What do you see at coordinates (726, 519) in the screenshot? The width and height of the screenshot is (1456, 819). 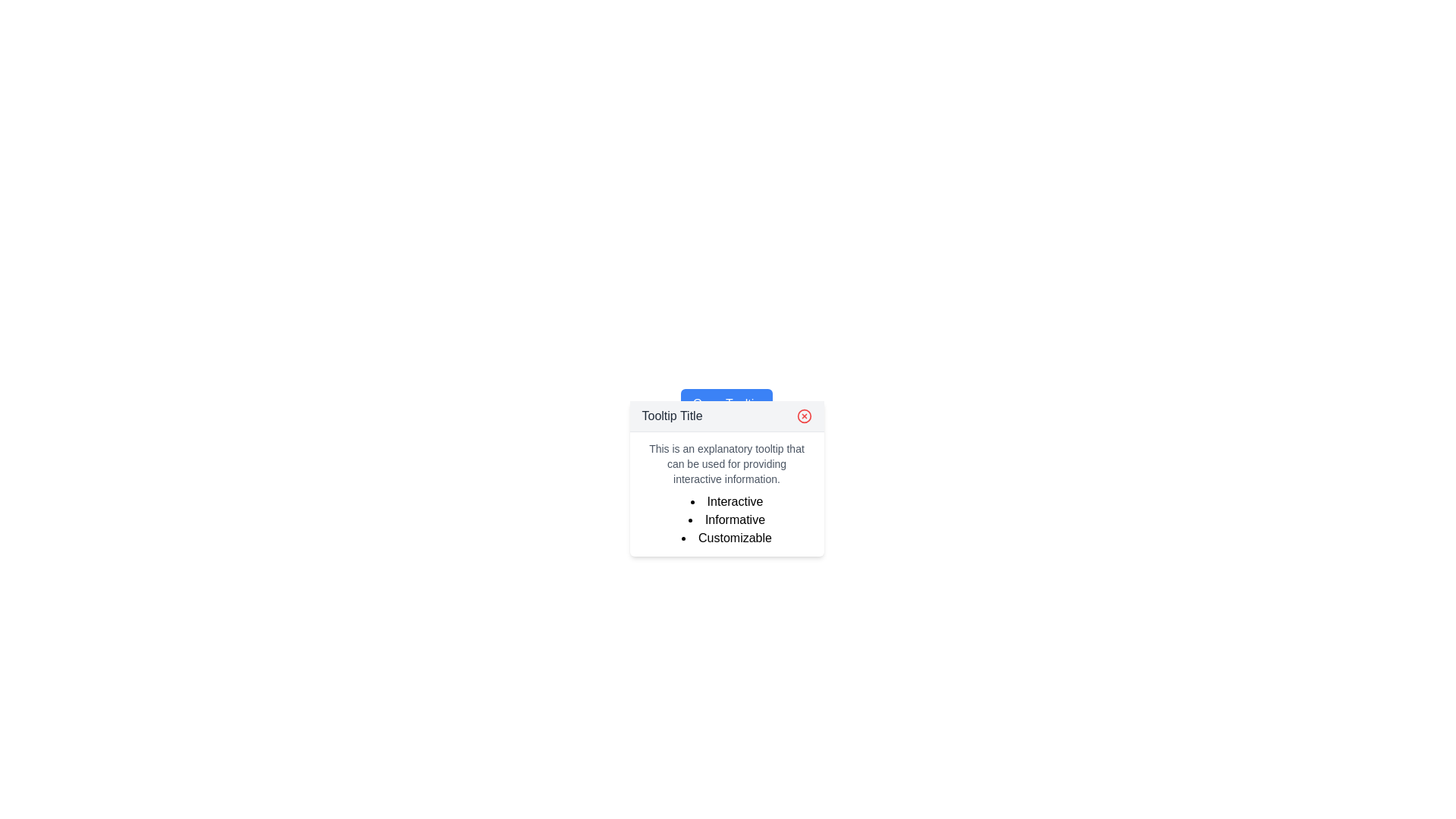 I see `the second item in a vertical bulleted list that contains the word 'Informative' styled in black font within a tooltip box` at bounding box center [726, 519].